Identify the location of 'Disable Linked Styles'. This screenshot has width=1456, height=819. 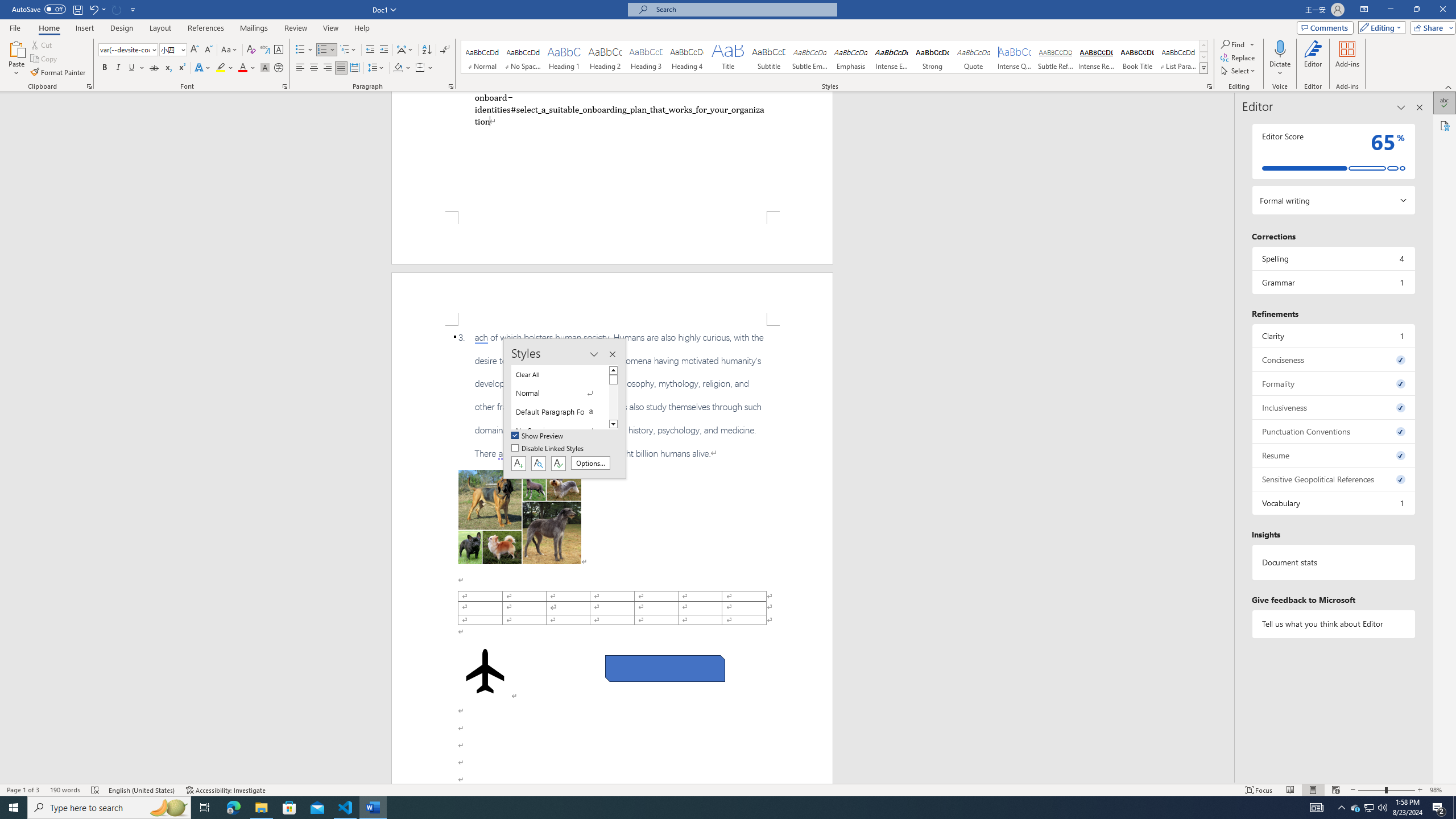
(547, 448).